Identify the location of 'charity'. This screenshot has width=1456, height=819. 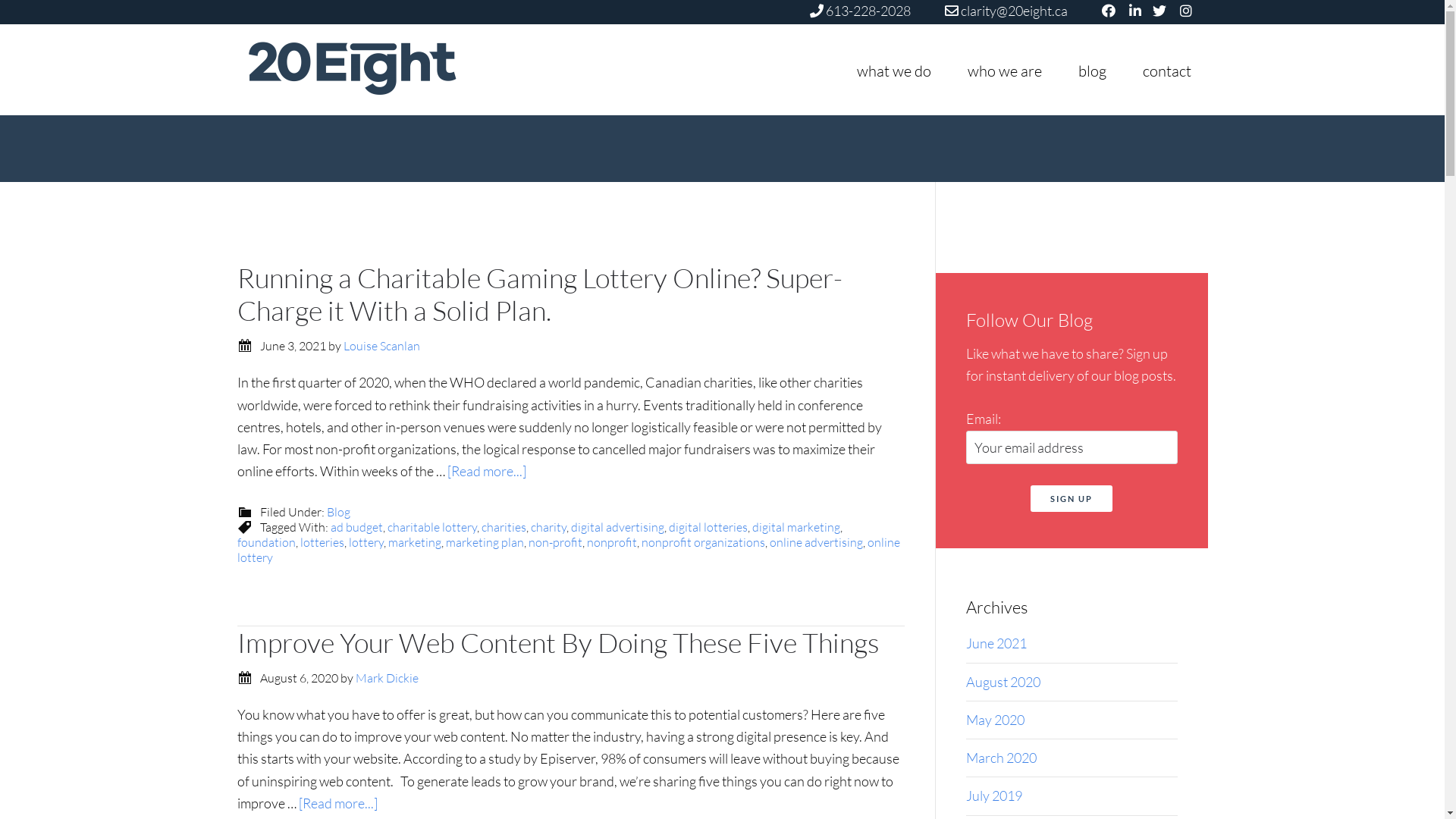
(531, 526).